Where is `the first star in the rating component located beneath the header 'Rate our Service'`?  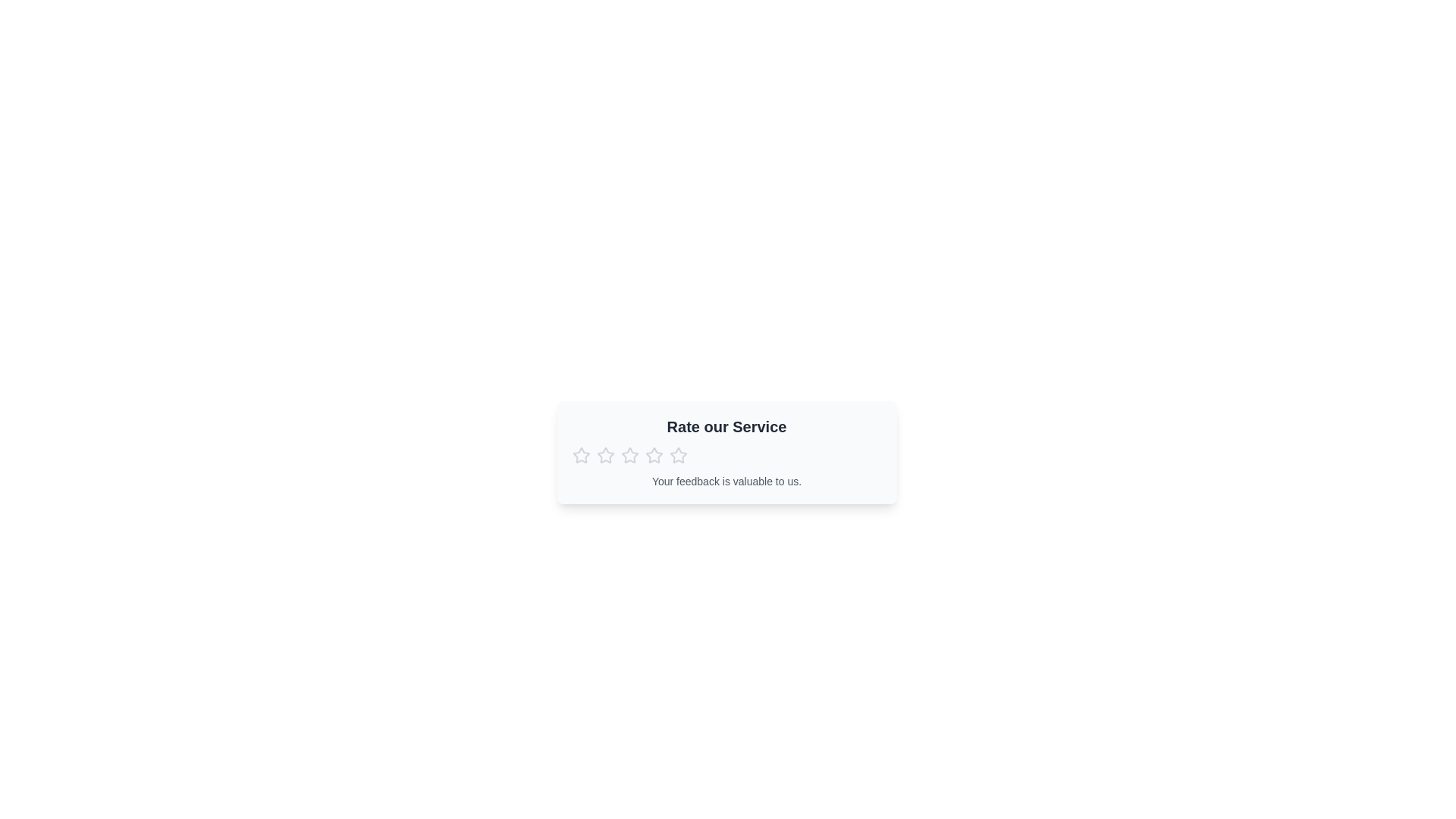
the first star in the rating component located beneath the header 'Rate our Service' is located at coordinates (580, 454).